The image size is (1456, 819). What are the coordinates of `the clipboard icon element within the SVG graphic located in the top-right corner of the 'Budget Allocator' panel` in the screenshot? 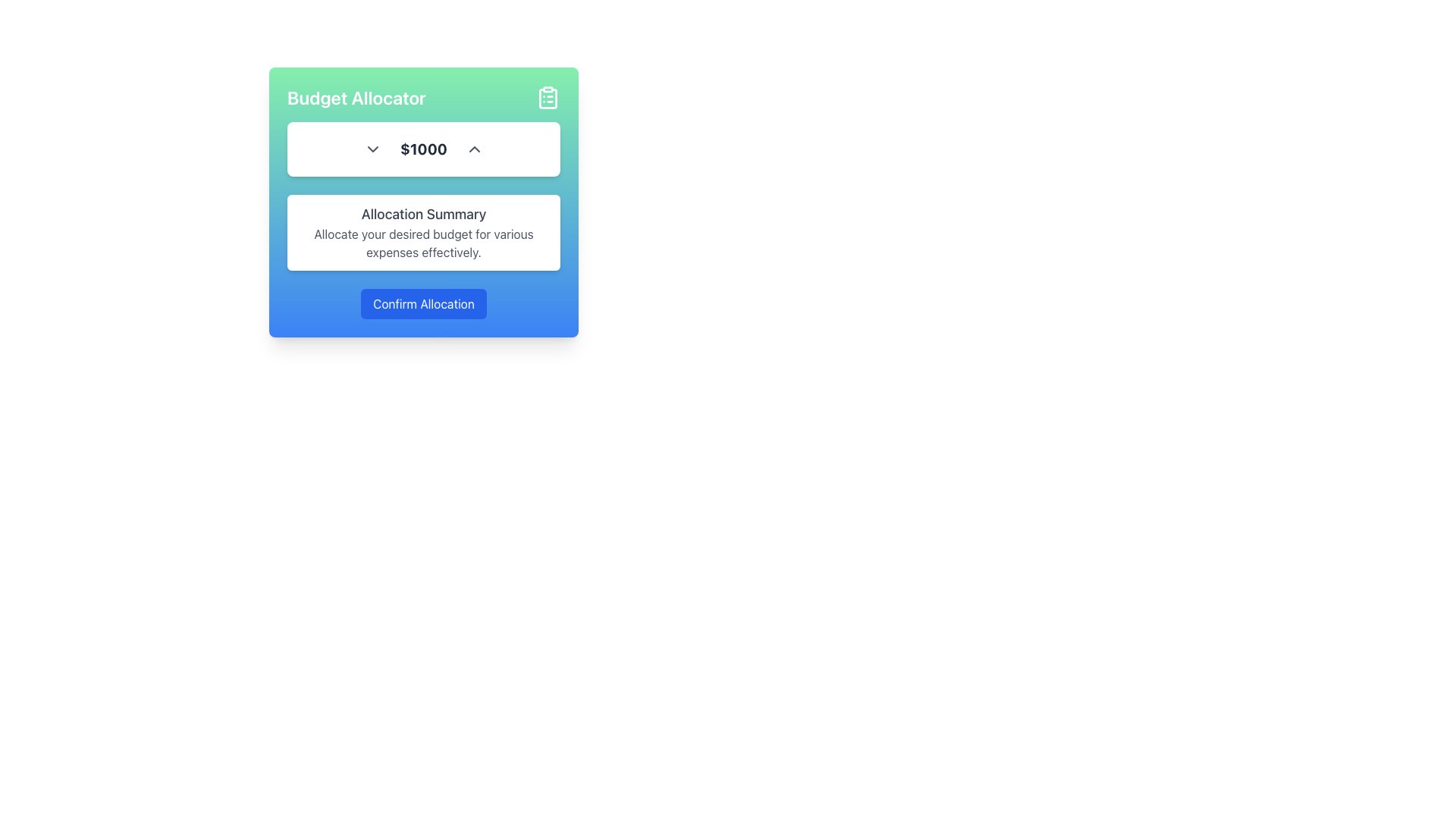 It's located at (548, 99).